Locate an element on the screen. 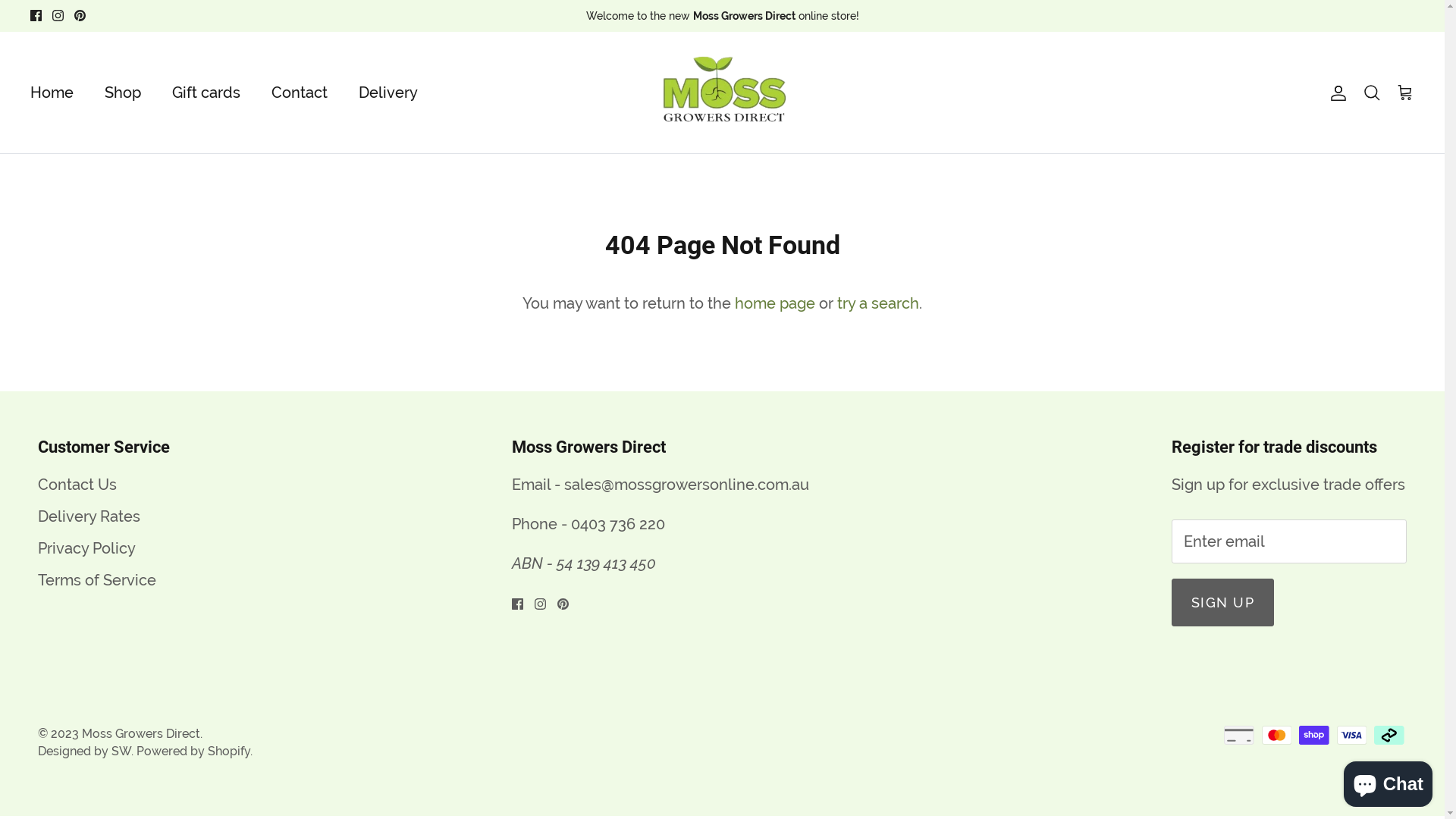  'Cart' is located at coordinates (1395, 93).